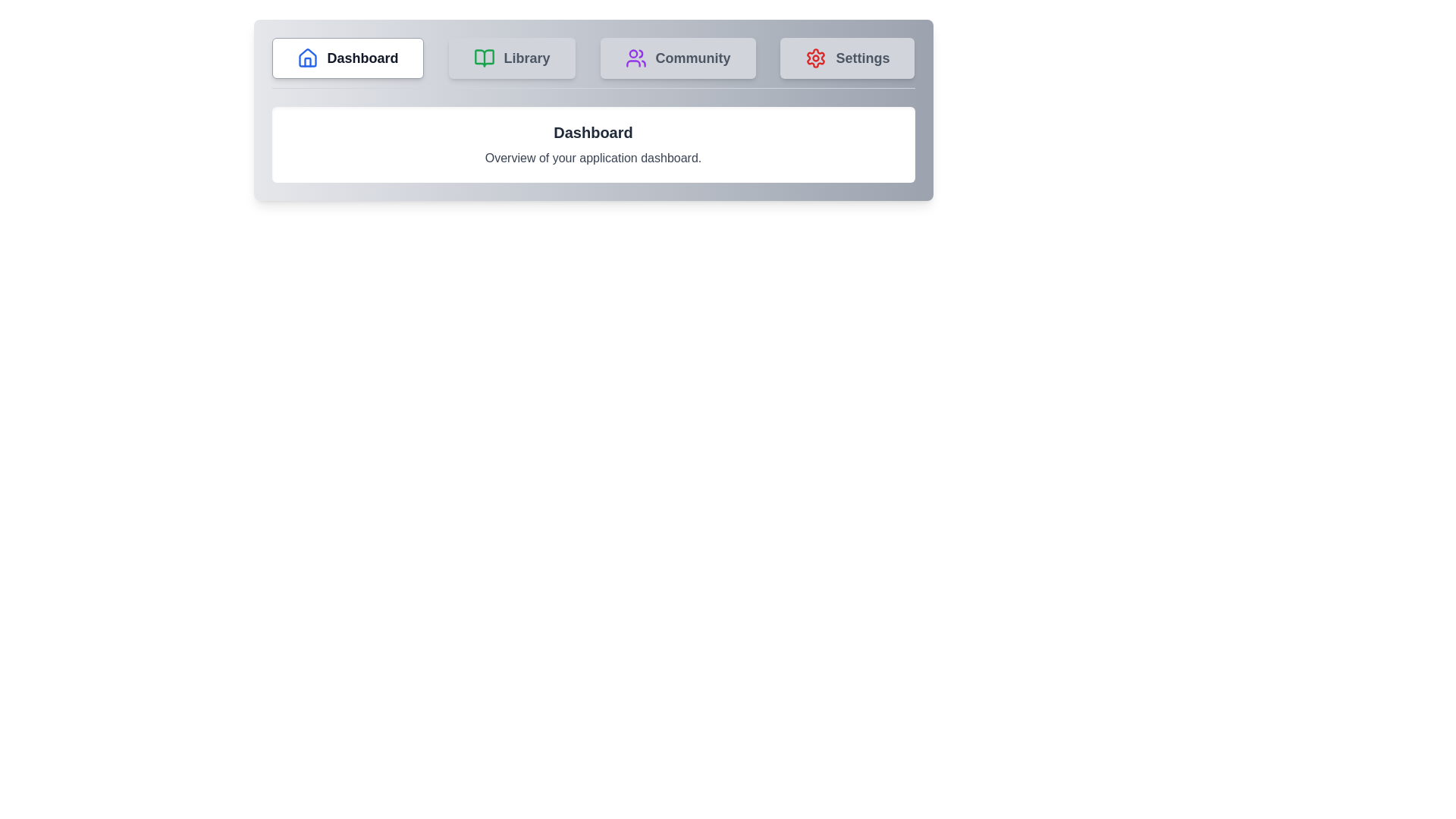  What do you see at coordinates (847, 58) in the screenshot?
I see `the tab labeled Settings` at bounding box center [847, 58].